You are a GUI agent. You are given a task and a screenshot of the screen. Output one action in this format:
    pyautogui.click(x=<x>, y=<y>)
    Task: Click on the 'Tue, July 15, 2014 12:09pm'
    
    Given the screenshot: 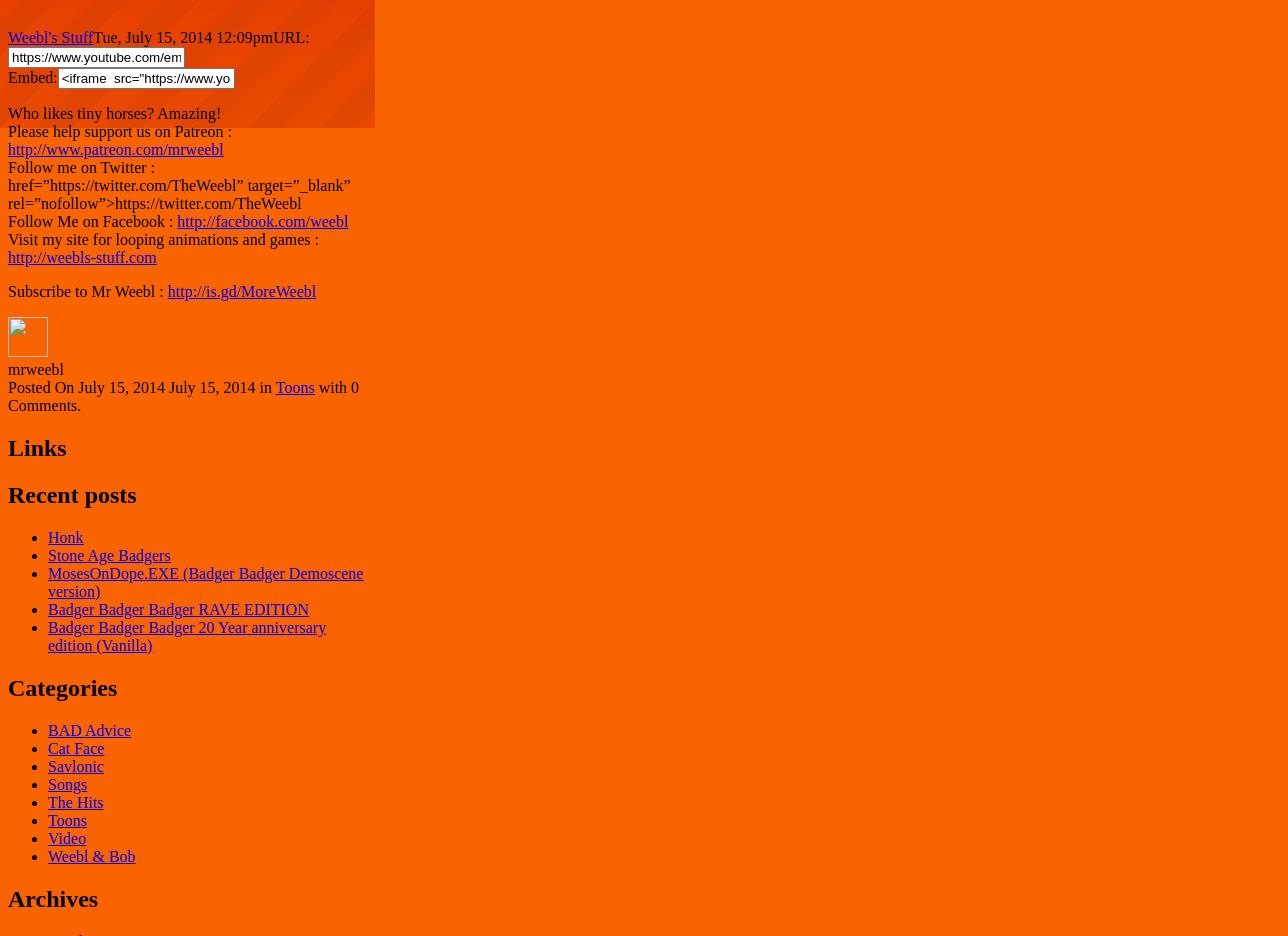 What is the action you would take?
    pyautogui.click(x=183, y=36)
    